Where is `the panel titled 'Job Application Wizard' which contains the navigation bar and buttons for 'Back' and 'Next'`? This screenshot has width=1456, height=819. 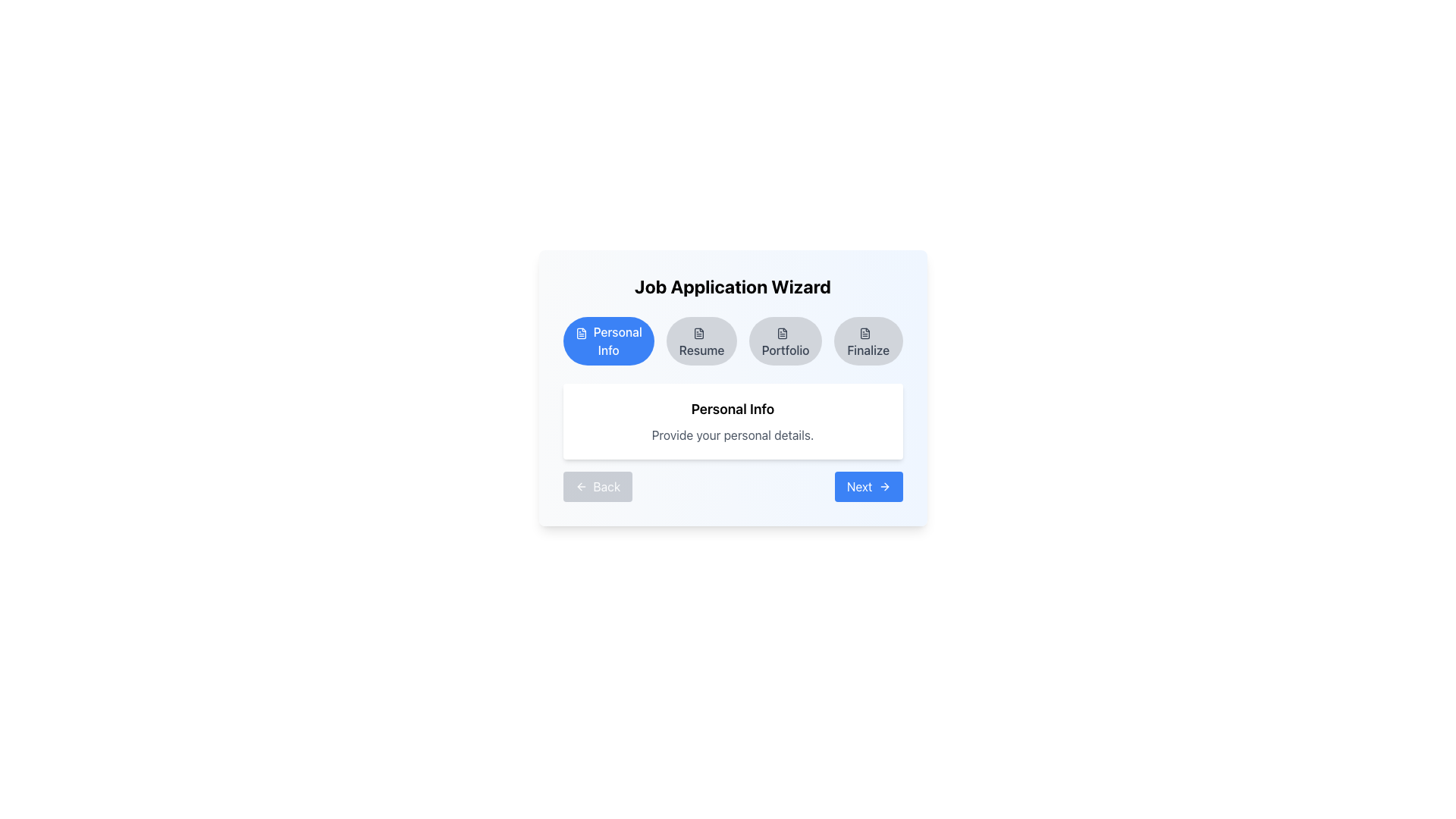 the panel titled 'Job Application Wizard' which contains the navigation bar and buttons for 'Back' and 'Next' is located at coordinates (733, 388).